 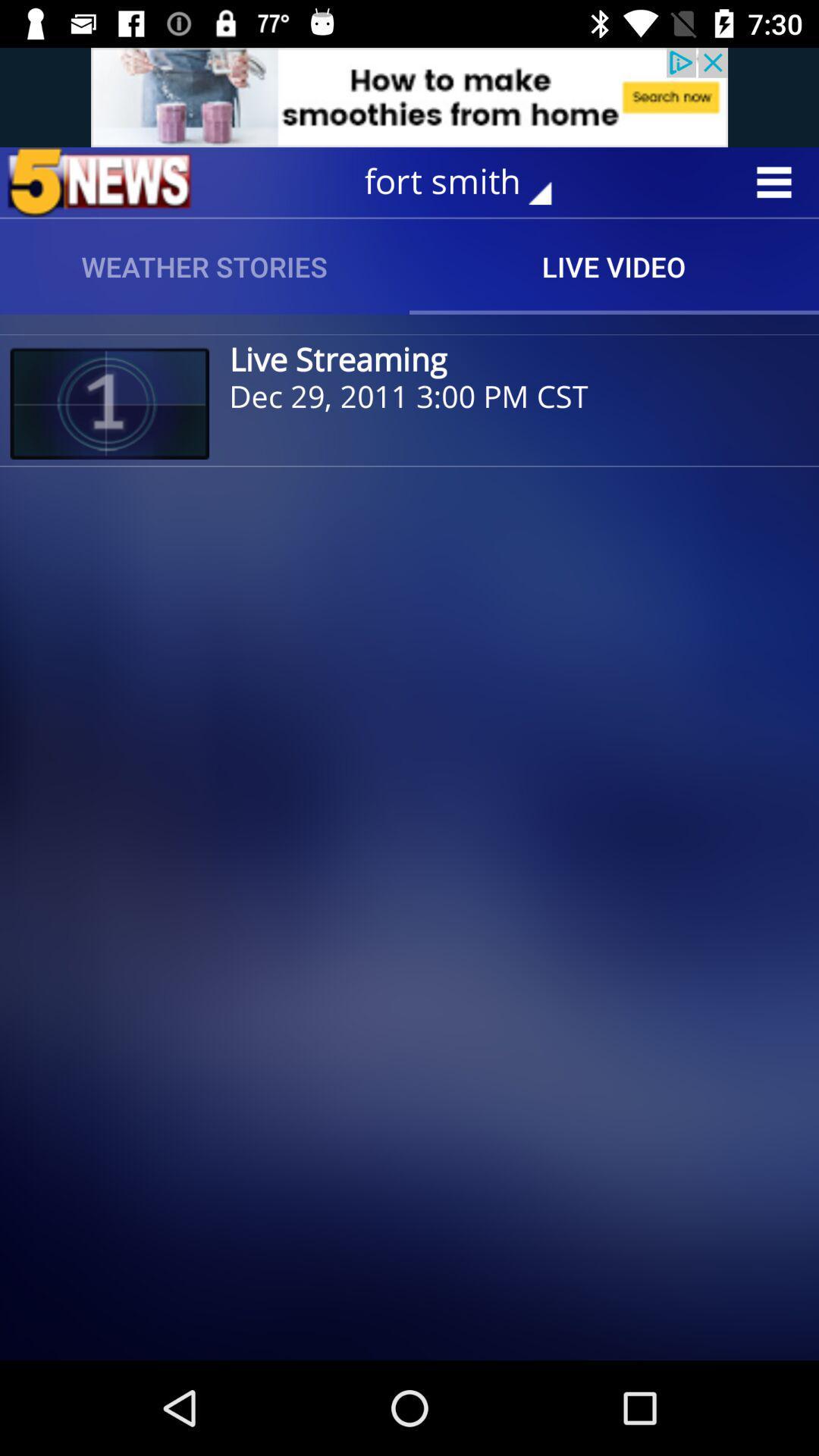 What do you see at coordinates (409, 96) in the screenshot?
I see `click advertisement` at bounding box center [409, 96].